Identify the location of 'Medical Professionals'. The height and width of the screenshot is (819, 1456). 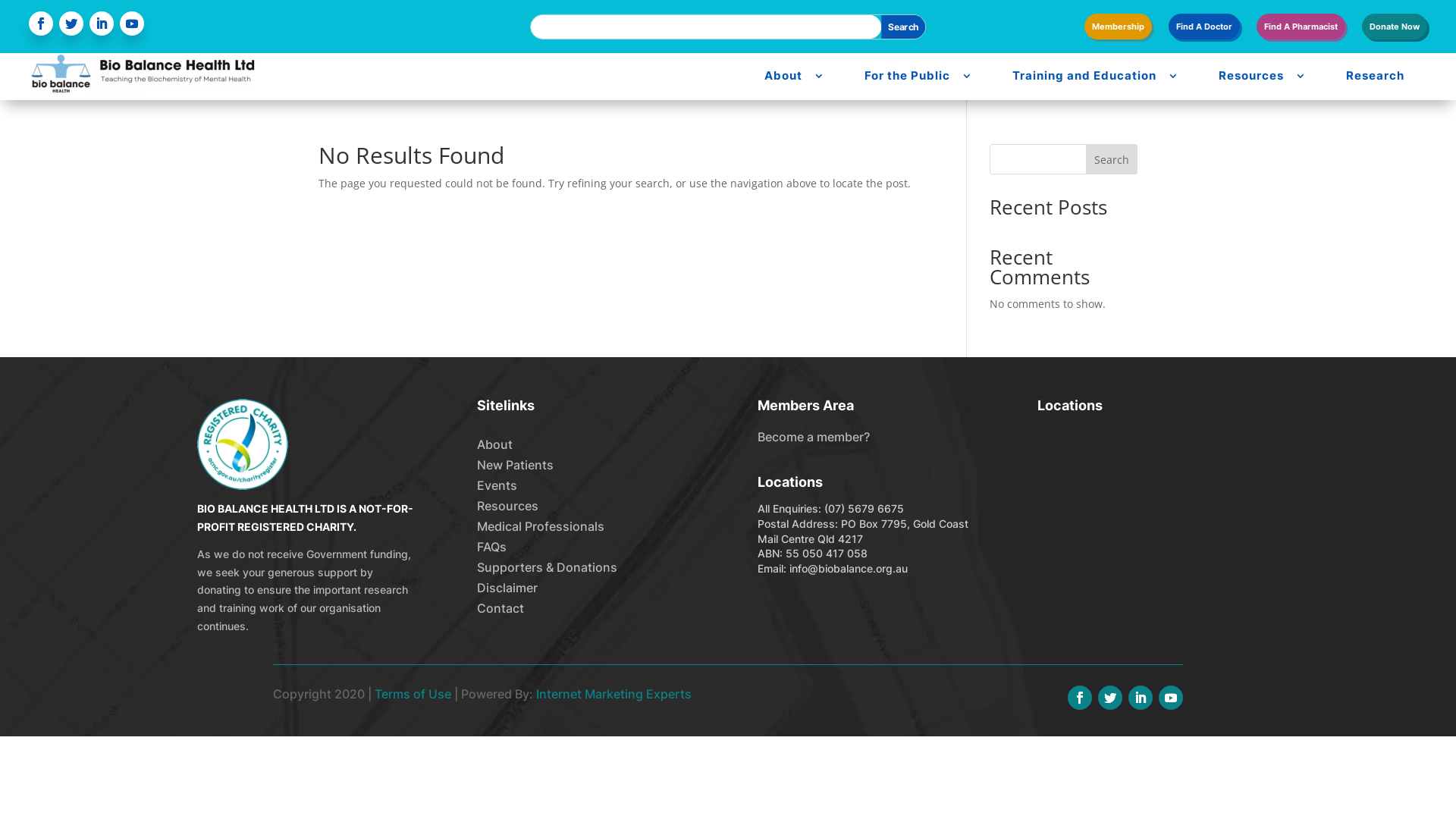
(475, 526).